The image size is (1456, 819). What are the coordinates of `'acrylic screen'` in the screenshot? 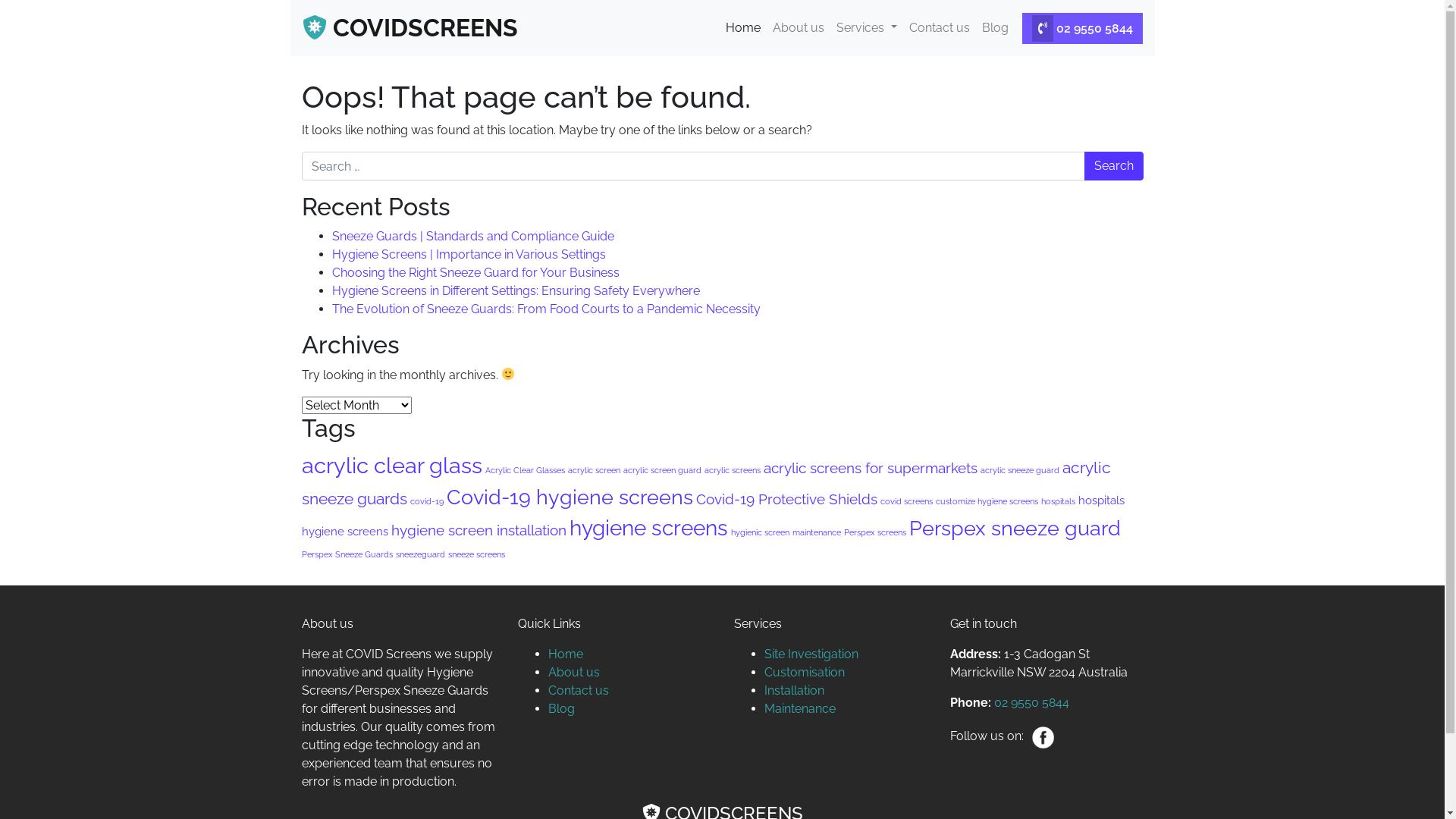 It's located at (592, 469).